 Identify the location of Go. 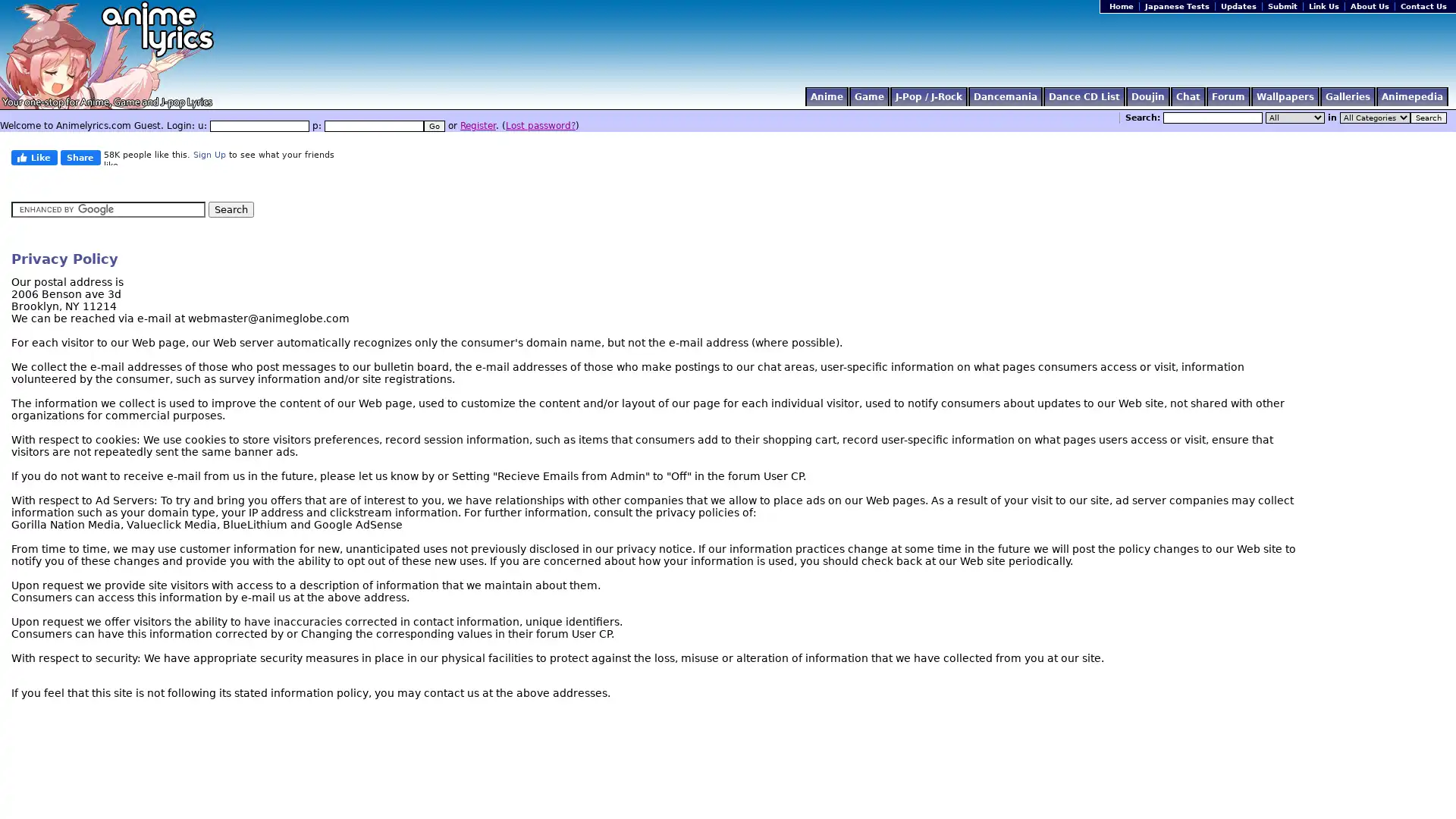
(433, 125).